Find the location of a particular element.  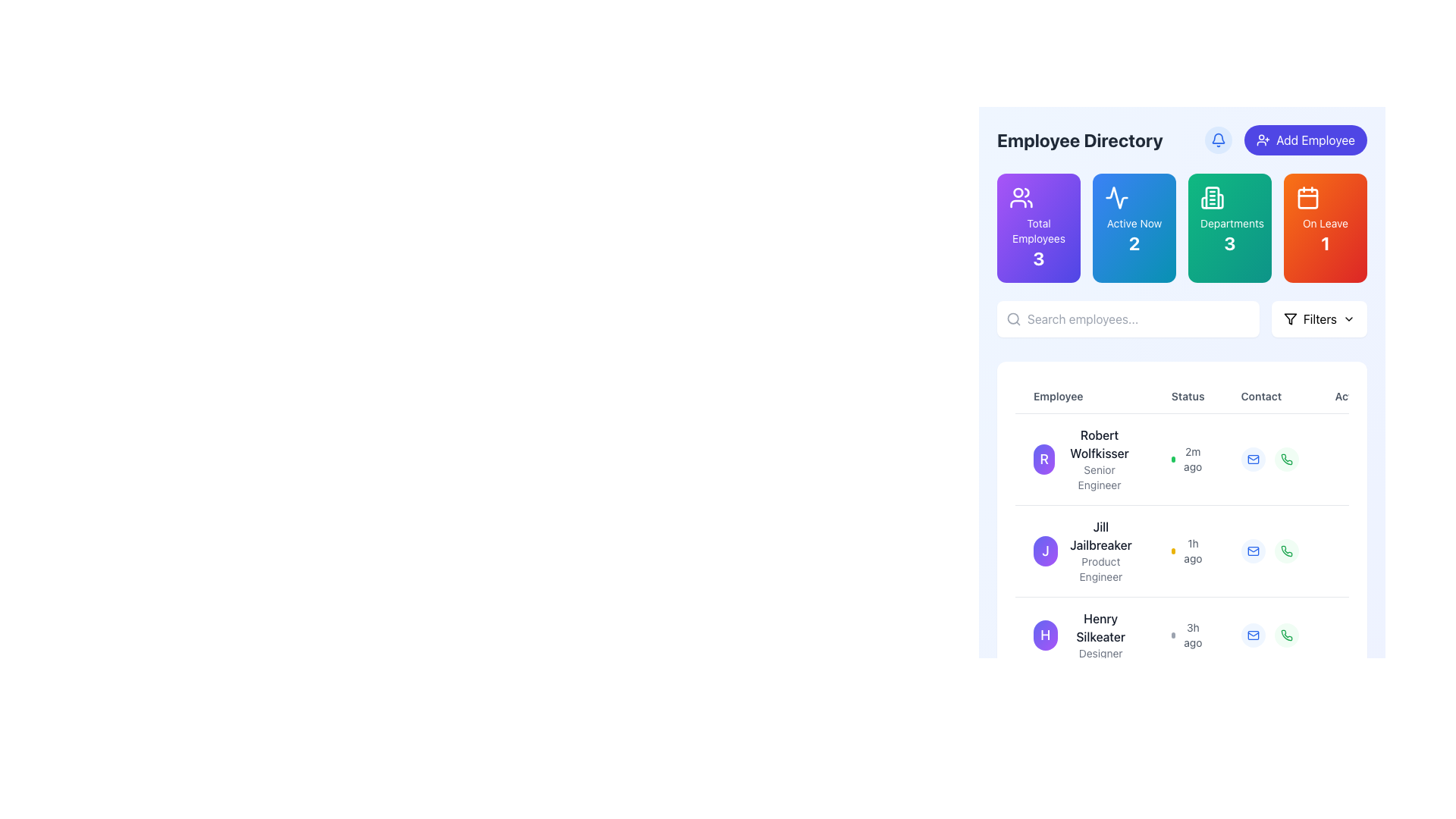

the envelope icon button in the 'Contact' column of the second row in the 'Employee Directory' interface to compose an email is located at coordinates (1252, 551).